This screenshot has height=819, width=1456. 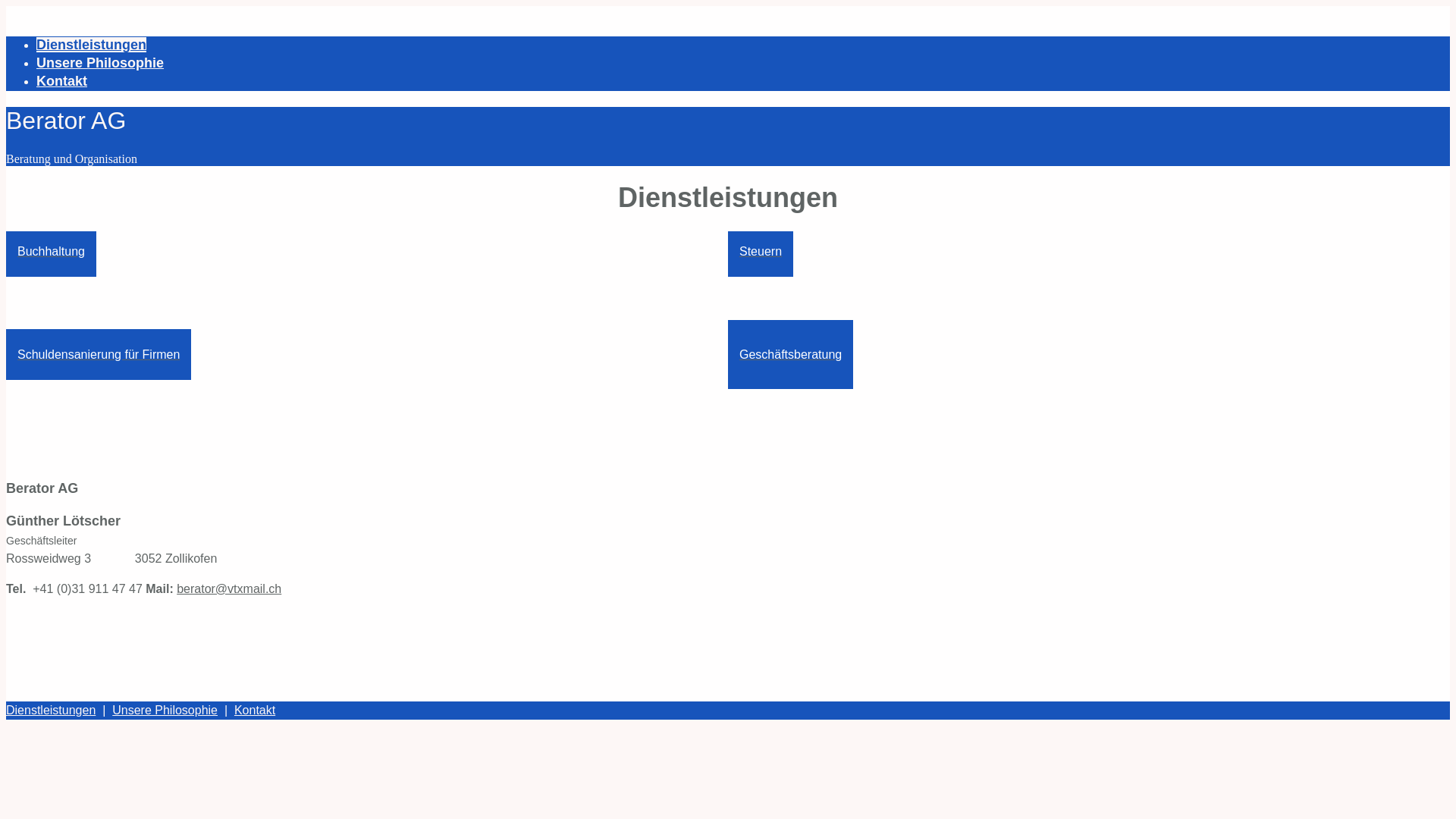 I want to click on 'Dienstleistungen', so click(x=6, y=710).